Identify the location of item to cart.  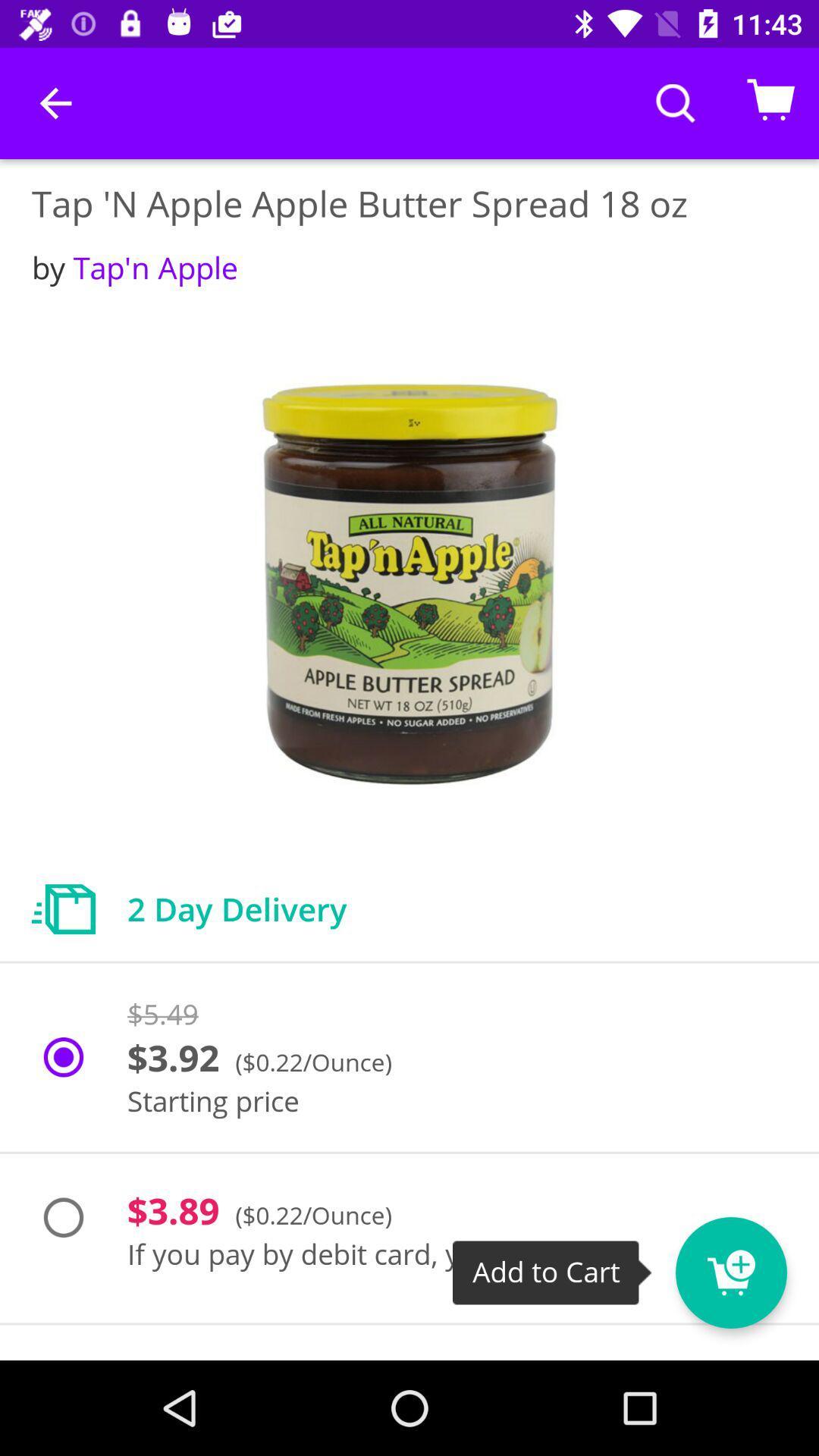
(759, 1263).